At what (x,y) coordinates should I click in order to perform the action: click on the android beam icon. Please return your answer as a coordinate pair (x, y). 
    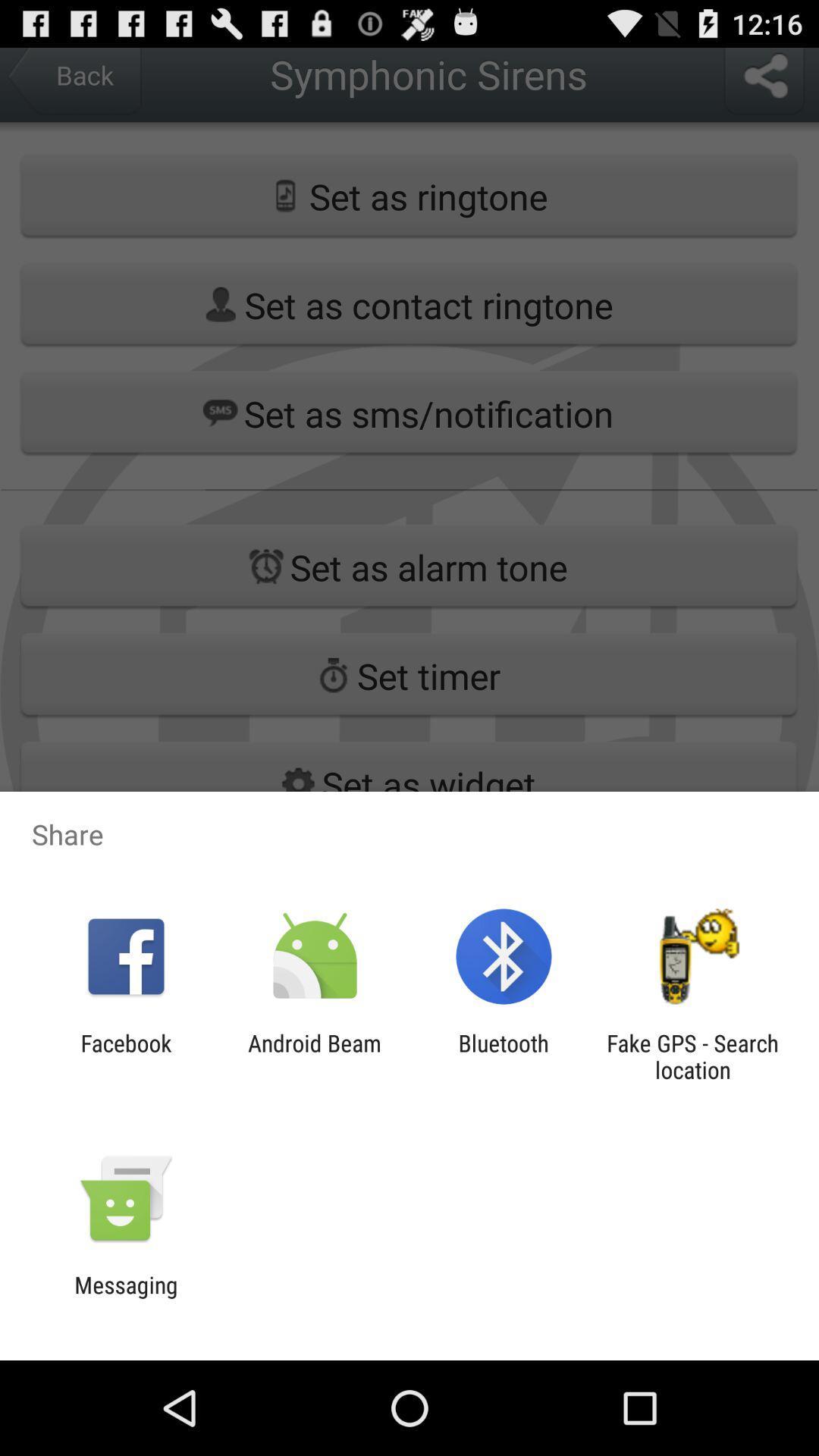
    Looking at the image, I should click on (314, 1056).